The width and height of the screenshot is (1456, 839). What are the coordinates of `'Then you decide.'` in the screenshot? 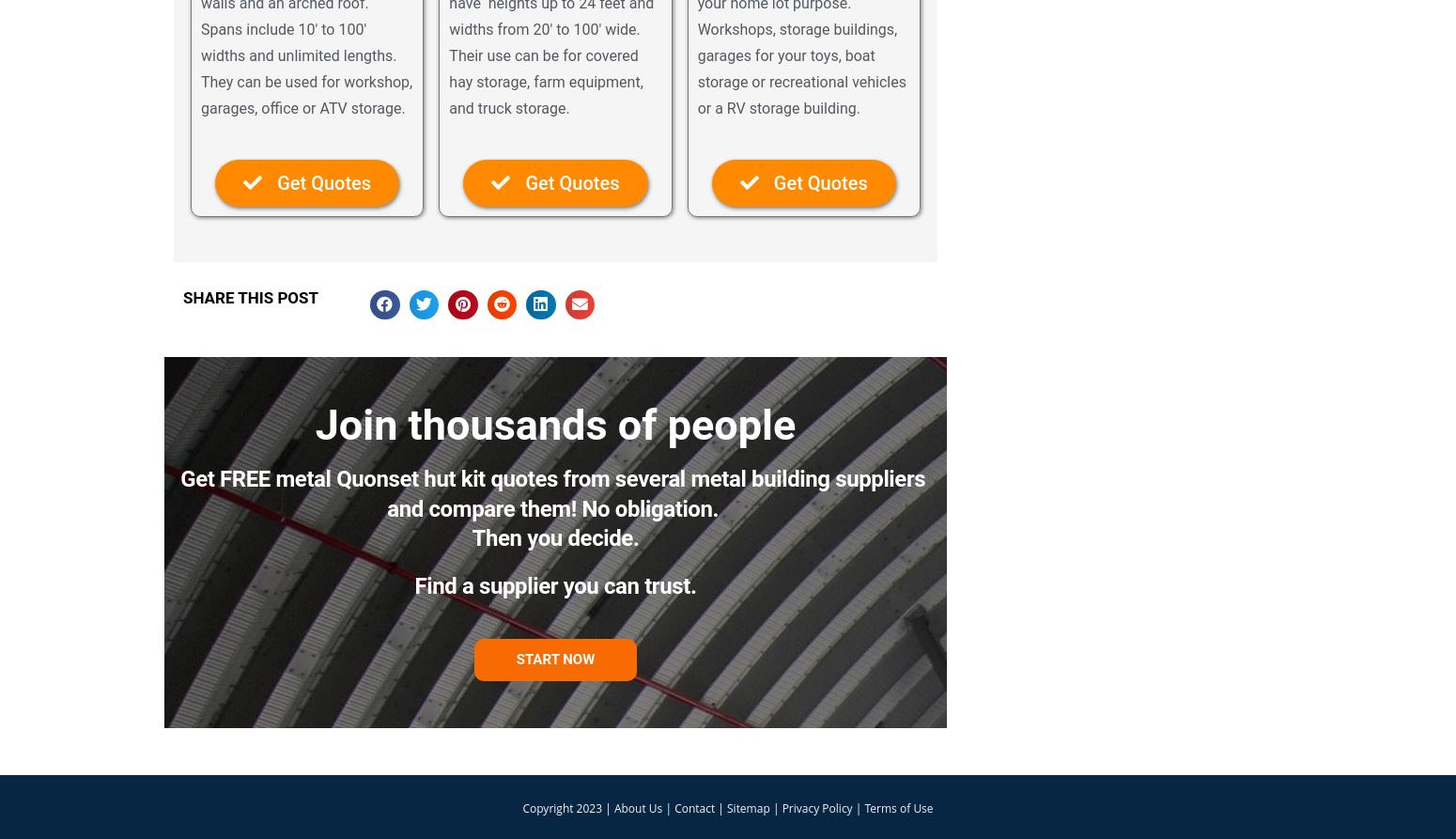 It's located at (555, 536).